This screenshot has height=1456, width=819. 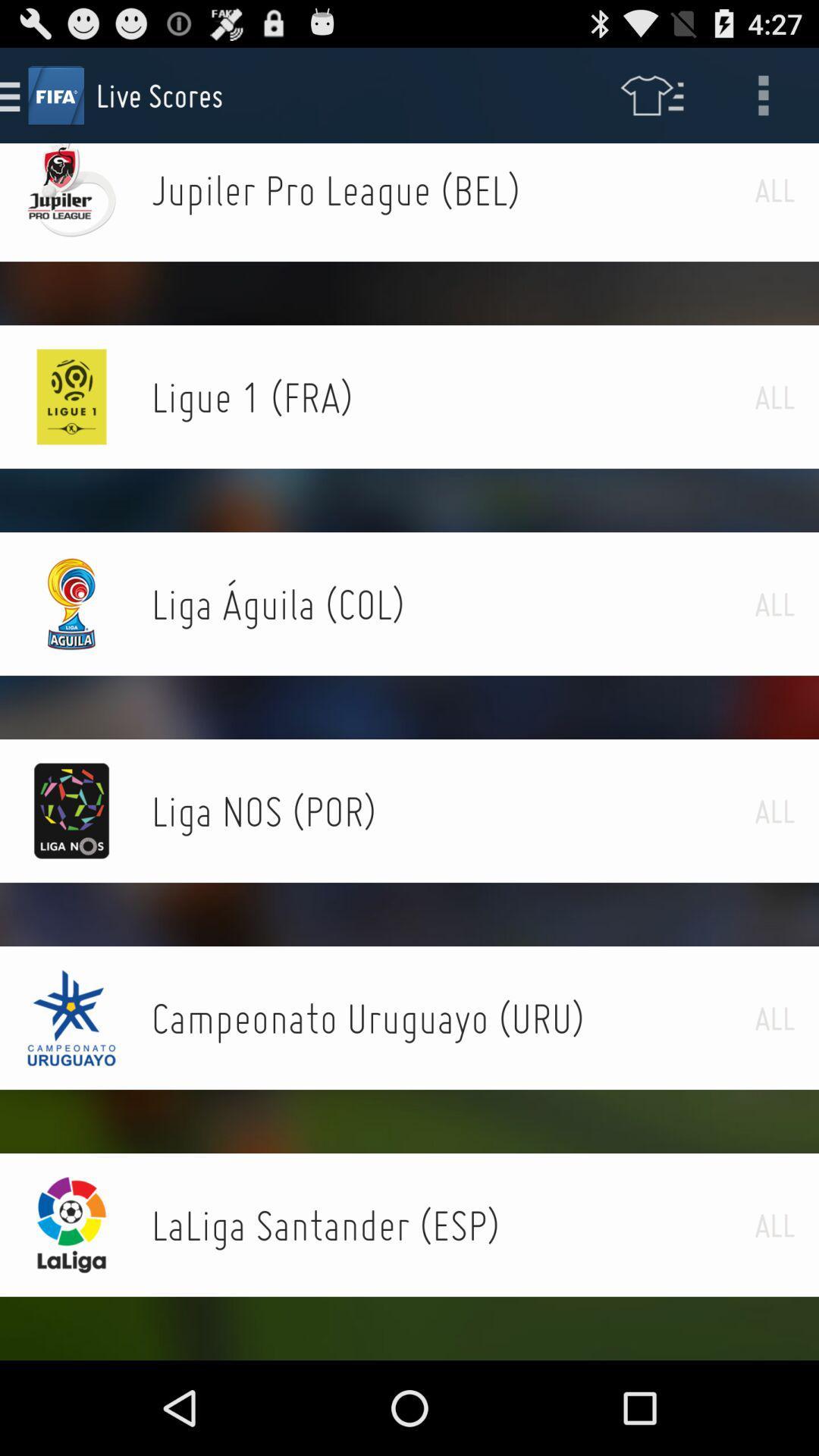 I want to click on the icon to the left of the all, so click(x=452, y=189).